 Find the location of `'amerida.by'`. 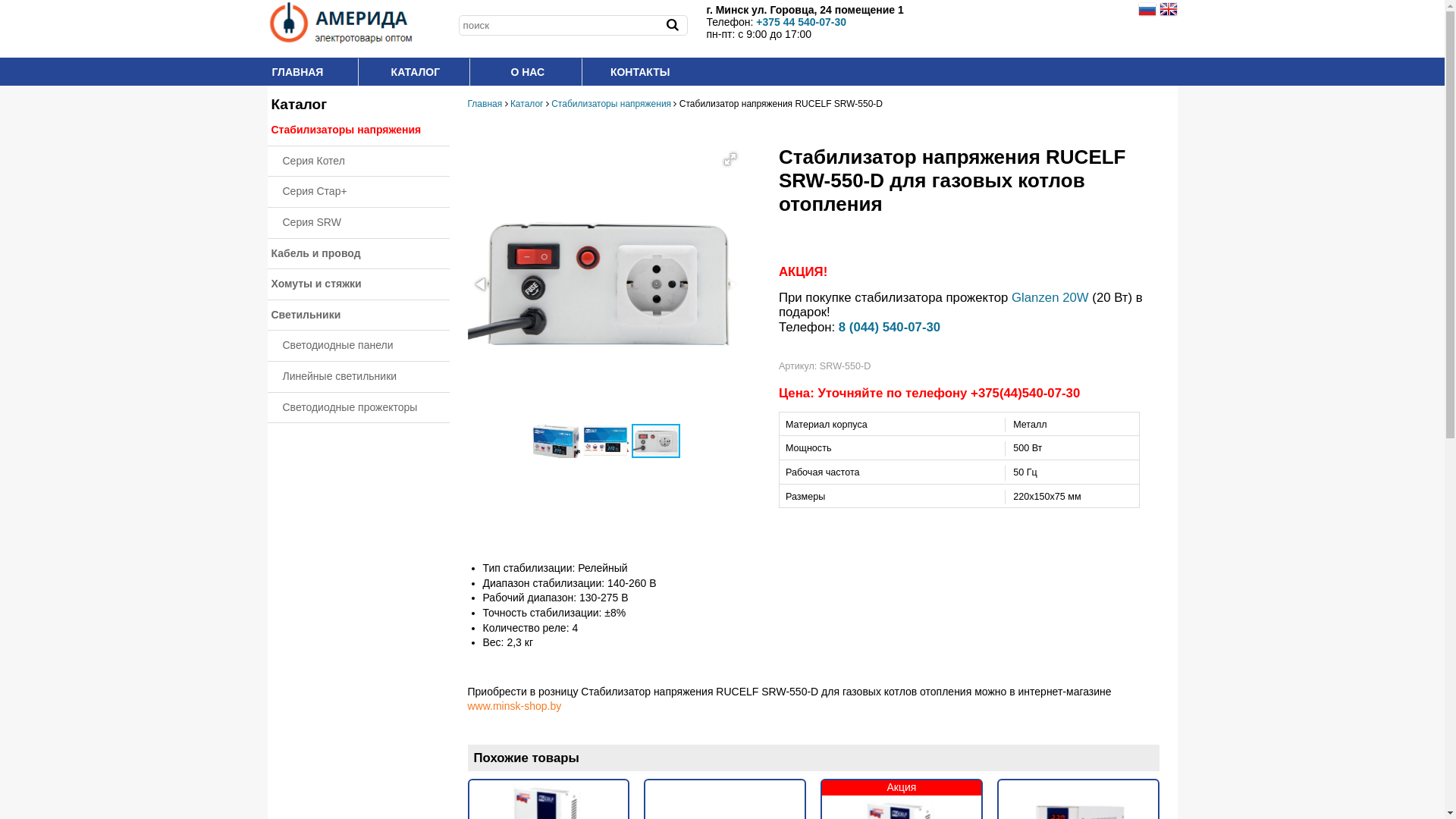

'amerida.by' is located at coordinates (356, 23).